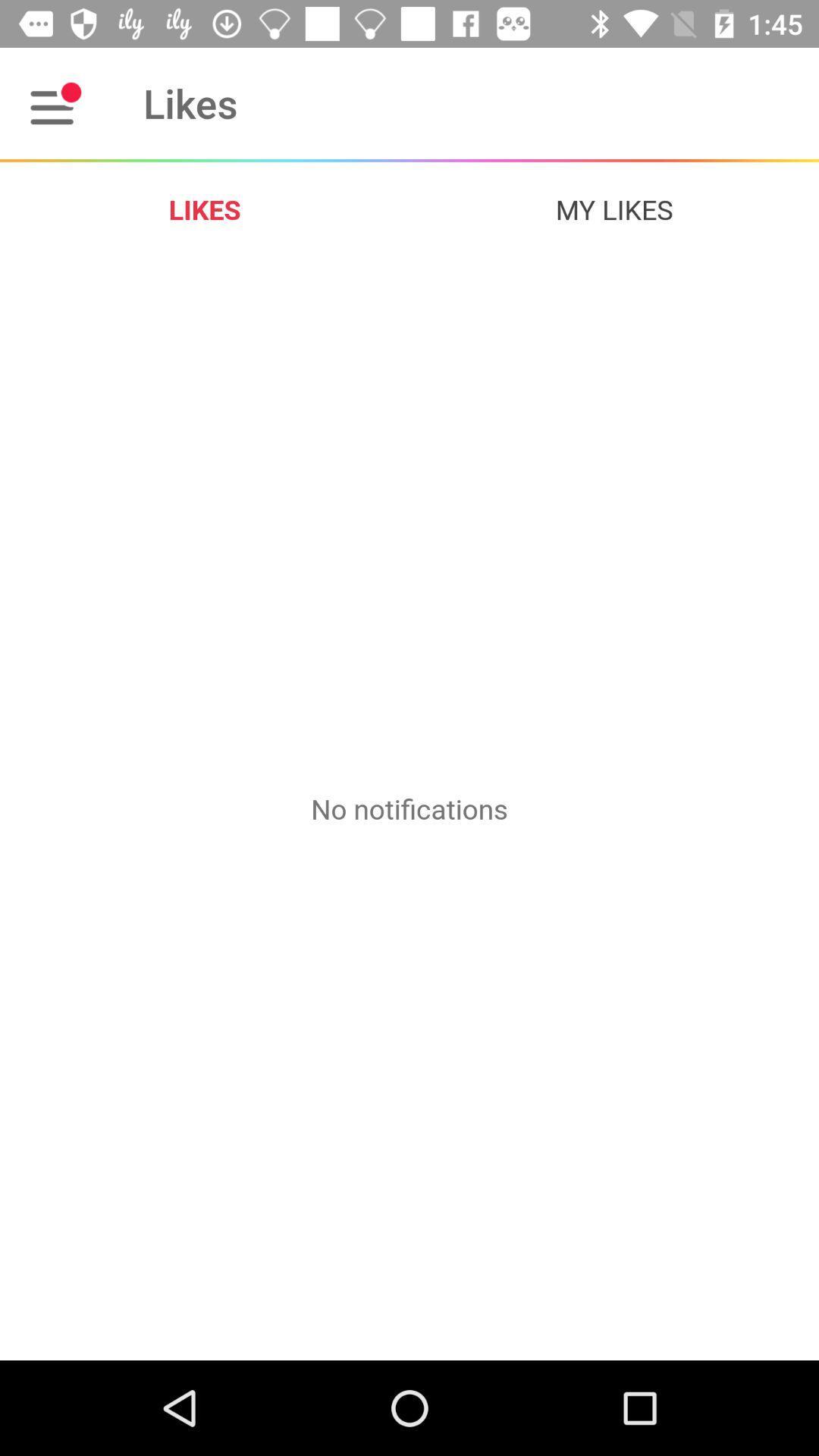 The image size is (819, 1456). What do you see at coordinates (614, 209) in the screenshot?
I see `my likes icon` at bounding box center [614, 209].